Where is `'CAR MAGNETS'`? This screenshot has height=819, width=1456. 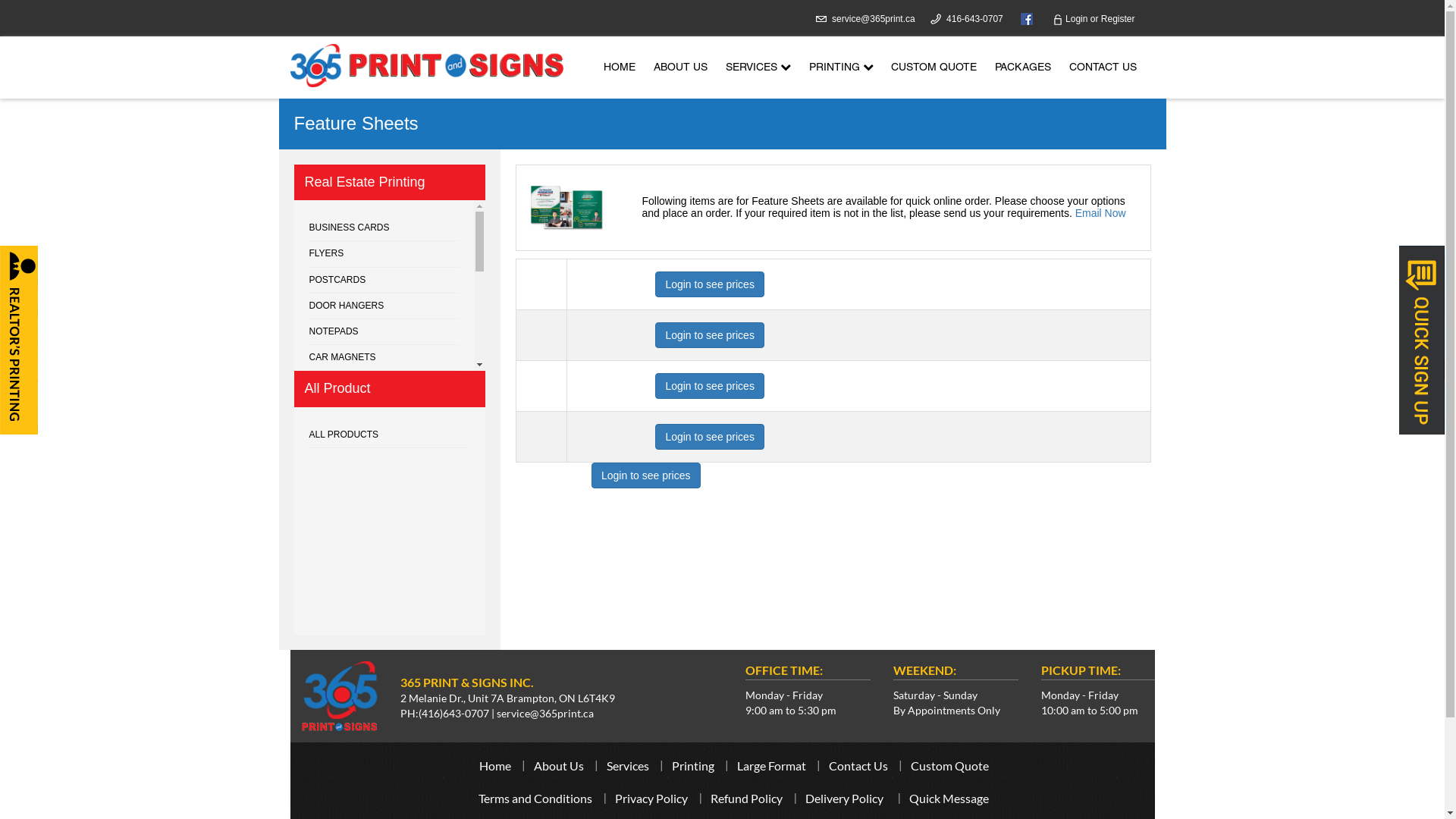 'CAR MAGNETS' is located at coordinates (384, 357).